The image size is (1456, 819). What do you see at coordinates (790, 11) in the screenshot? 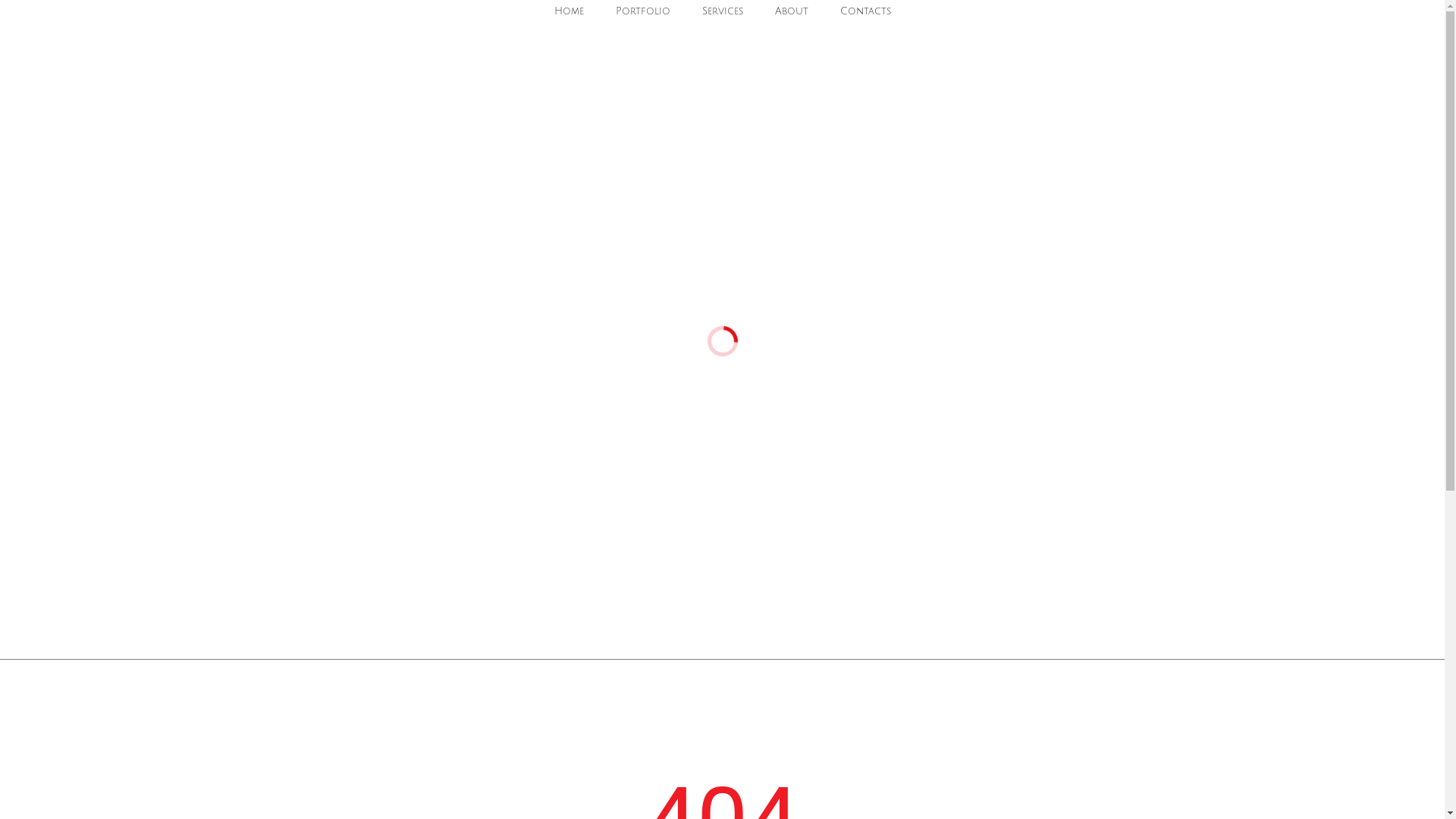
I see `'About'` at bounding box center [790, 11].